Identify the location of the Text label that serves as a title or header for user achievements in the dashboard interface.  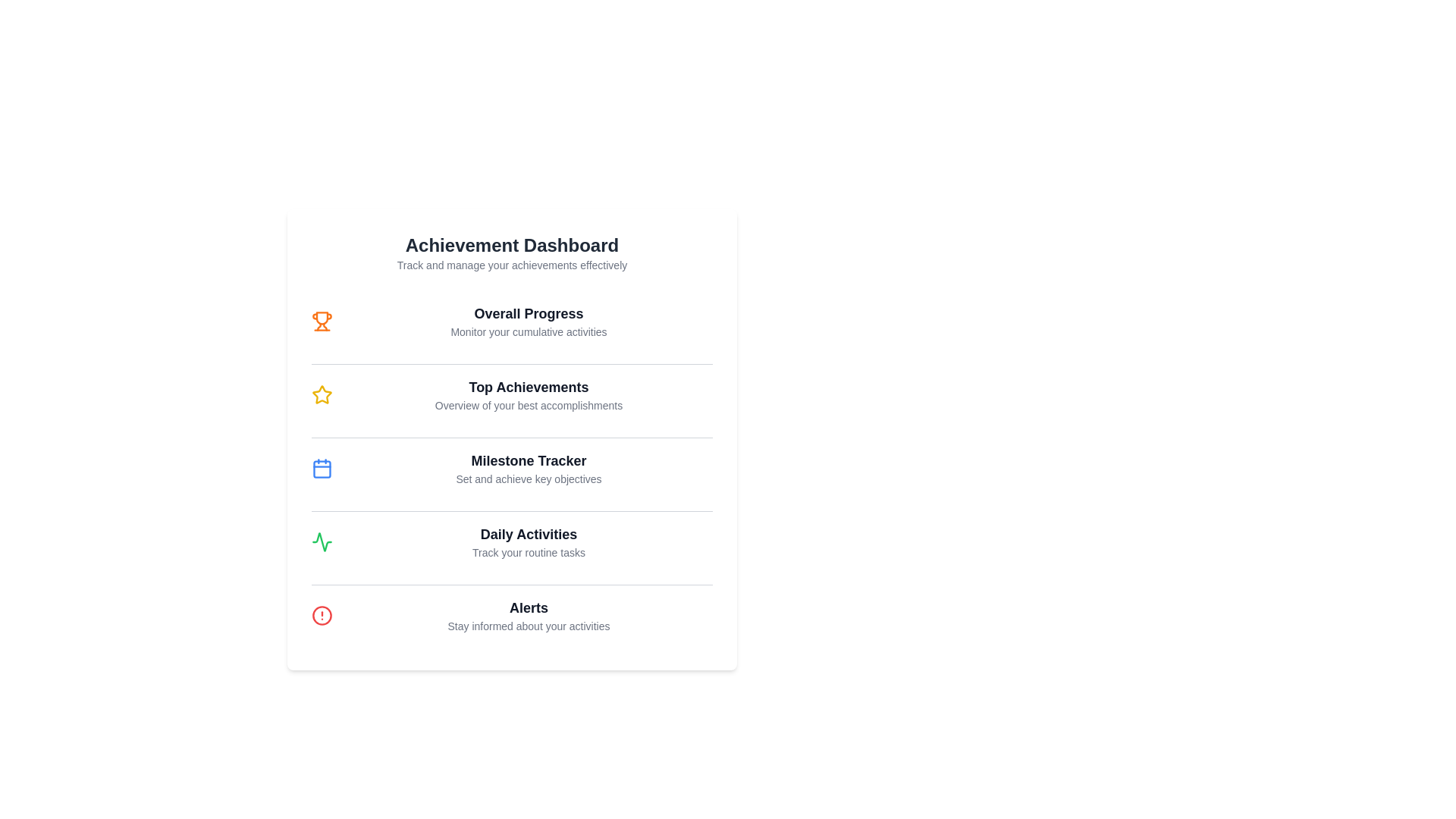
(529, 386).